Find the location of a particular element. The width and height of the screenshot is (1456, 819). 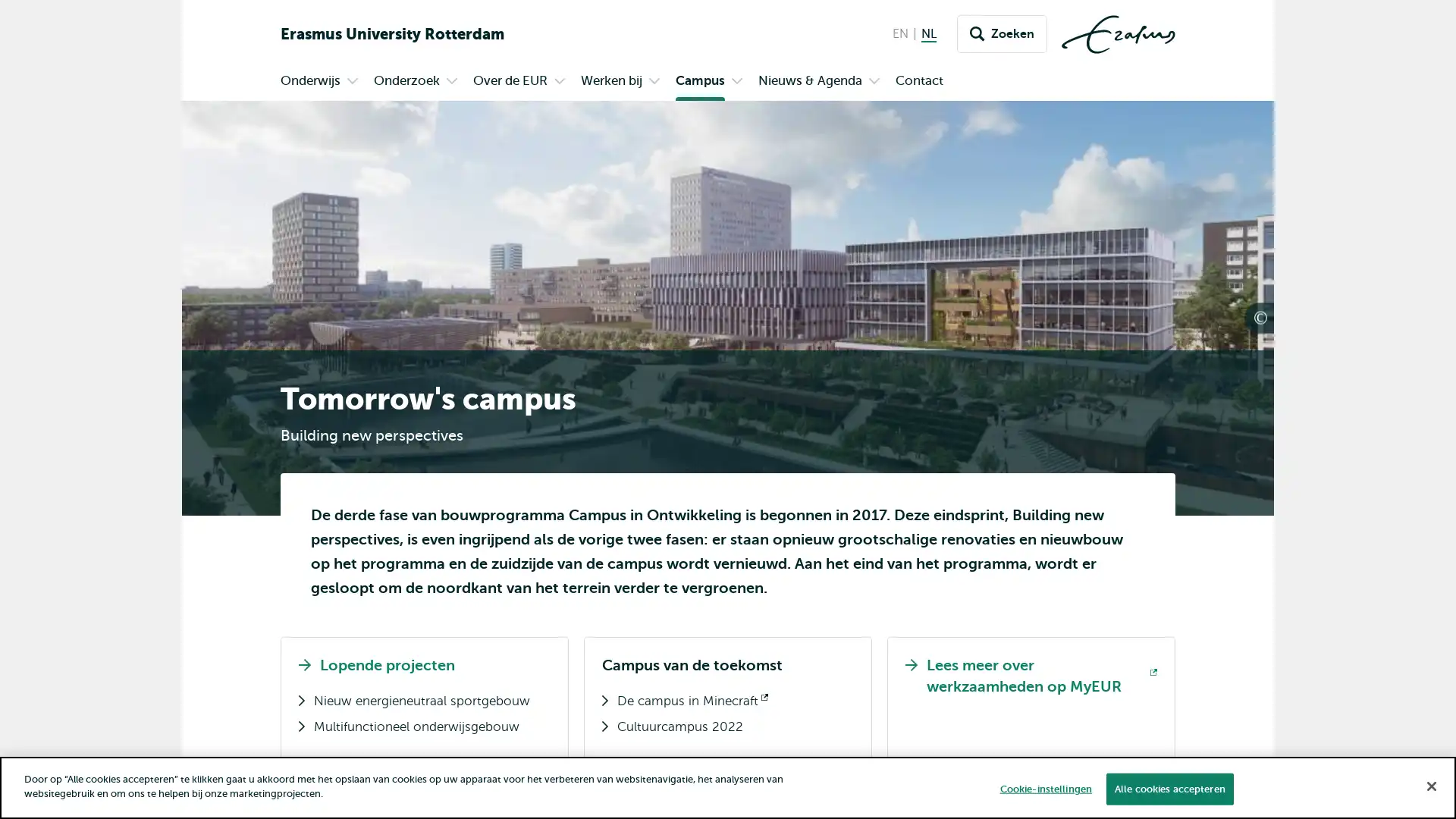

Cookie-instellingen is located at coordinates (1044, 788).